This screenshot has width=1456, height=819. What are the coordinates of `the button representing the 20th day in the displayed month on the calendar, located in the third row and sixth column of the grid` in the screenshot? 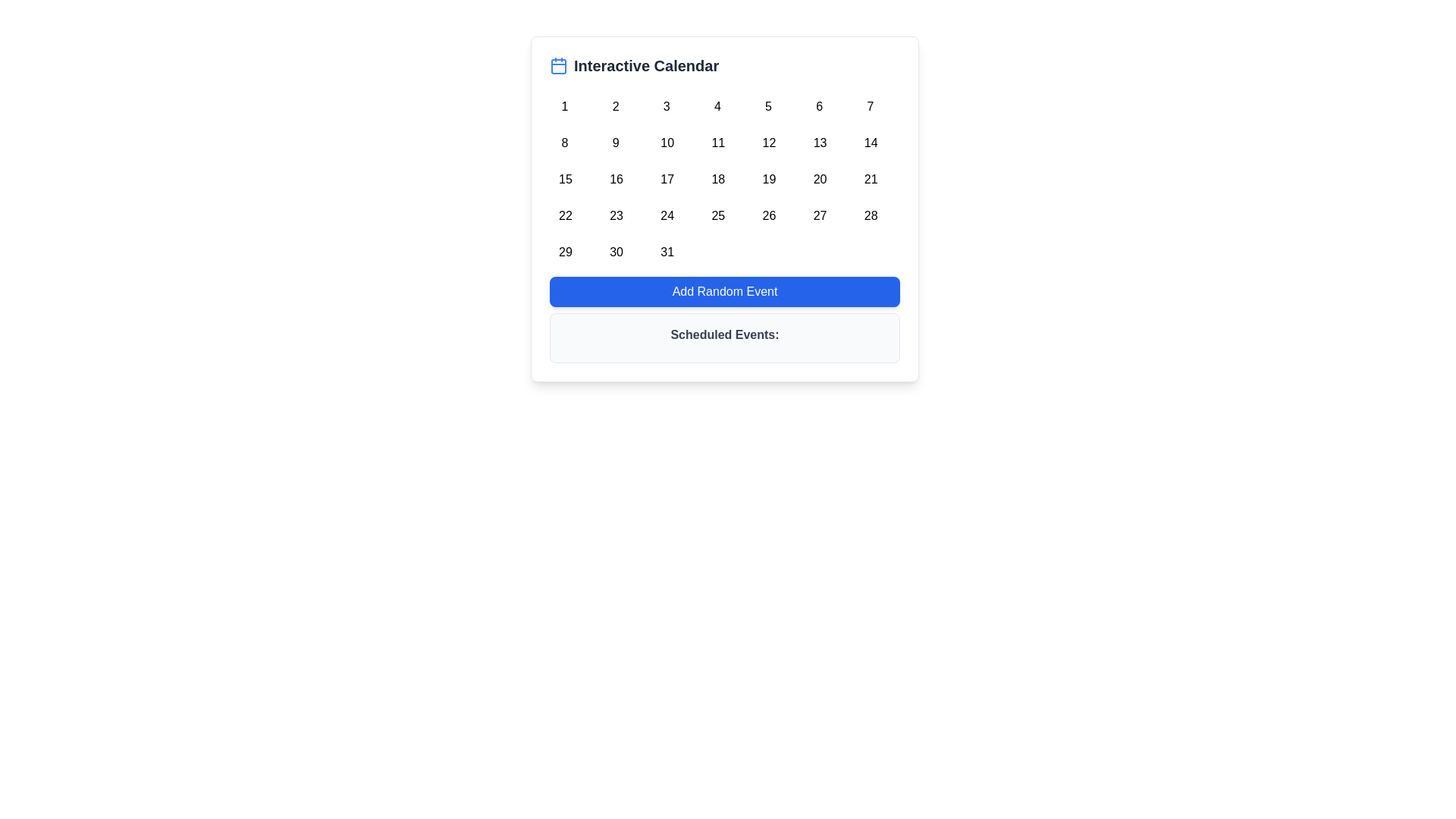 It's located at (818, 175).